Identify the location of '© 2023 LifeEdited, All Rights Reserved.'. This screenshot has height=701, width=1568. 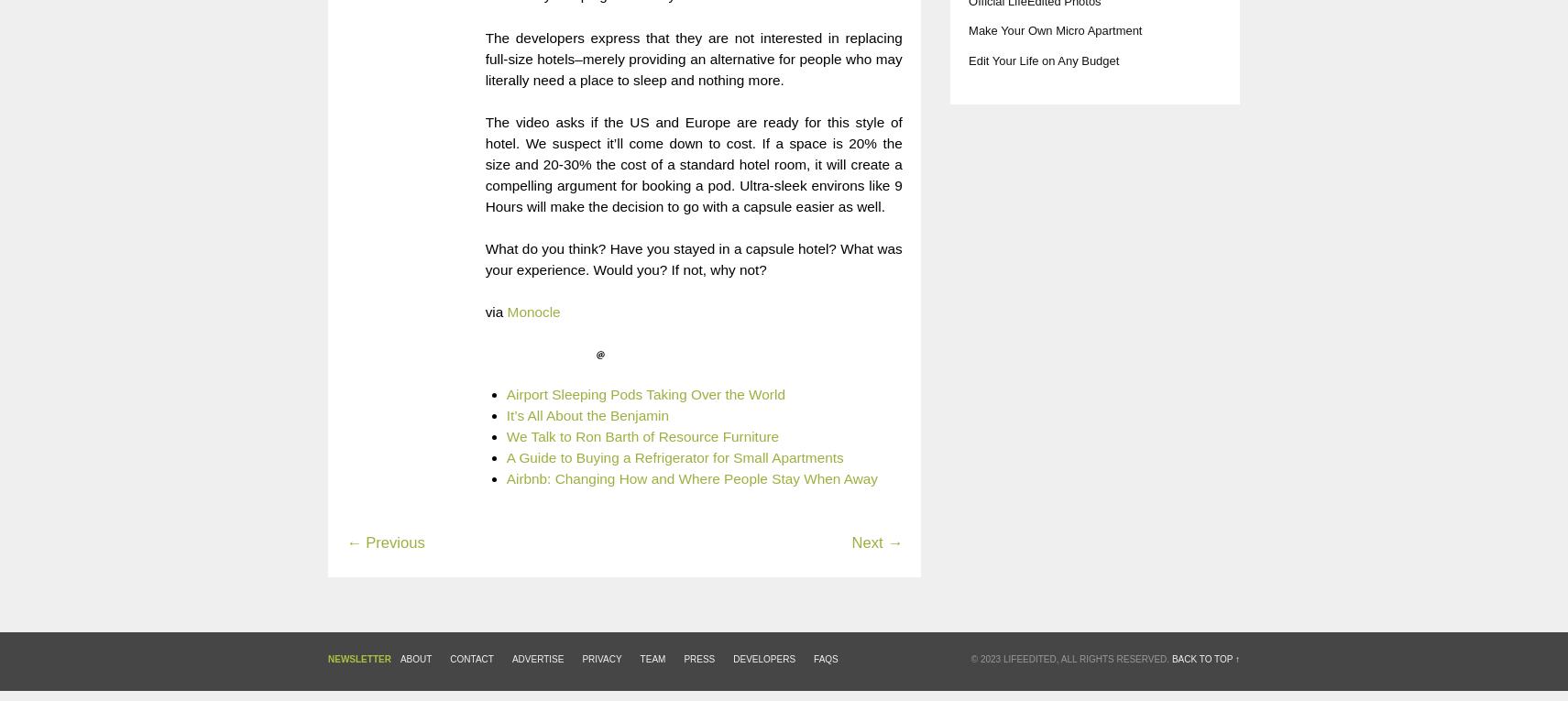
(1069, 658).